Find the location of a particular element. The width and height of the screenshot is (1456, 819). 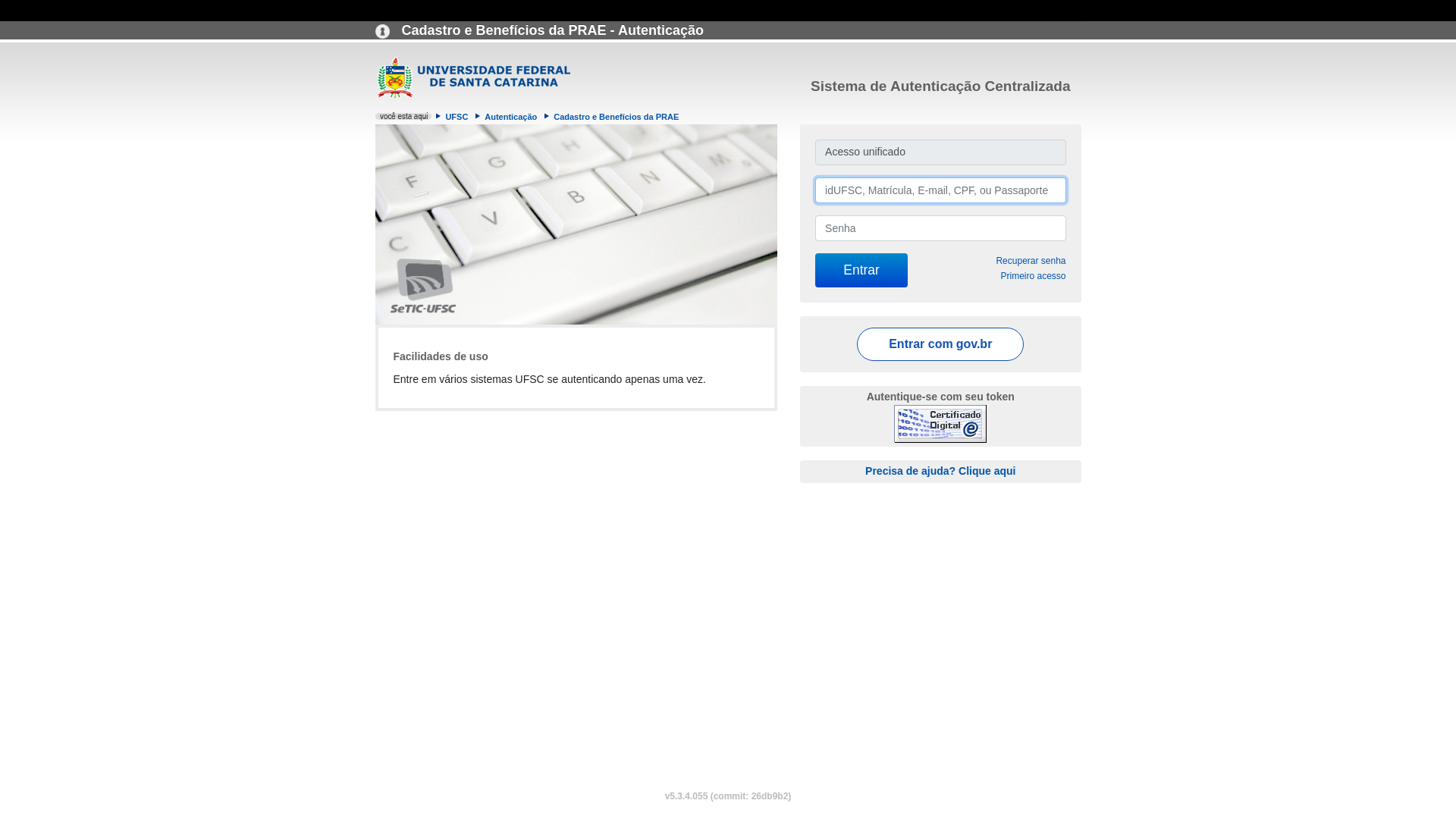

'Entrar com is located at coordinates (939, 344).